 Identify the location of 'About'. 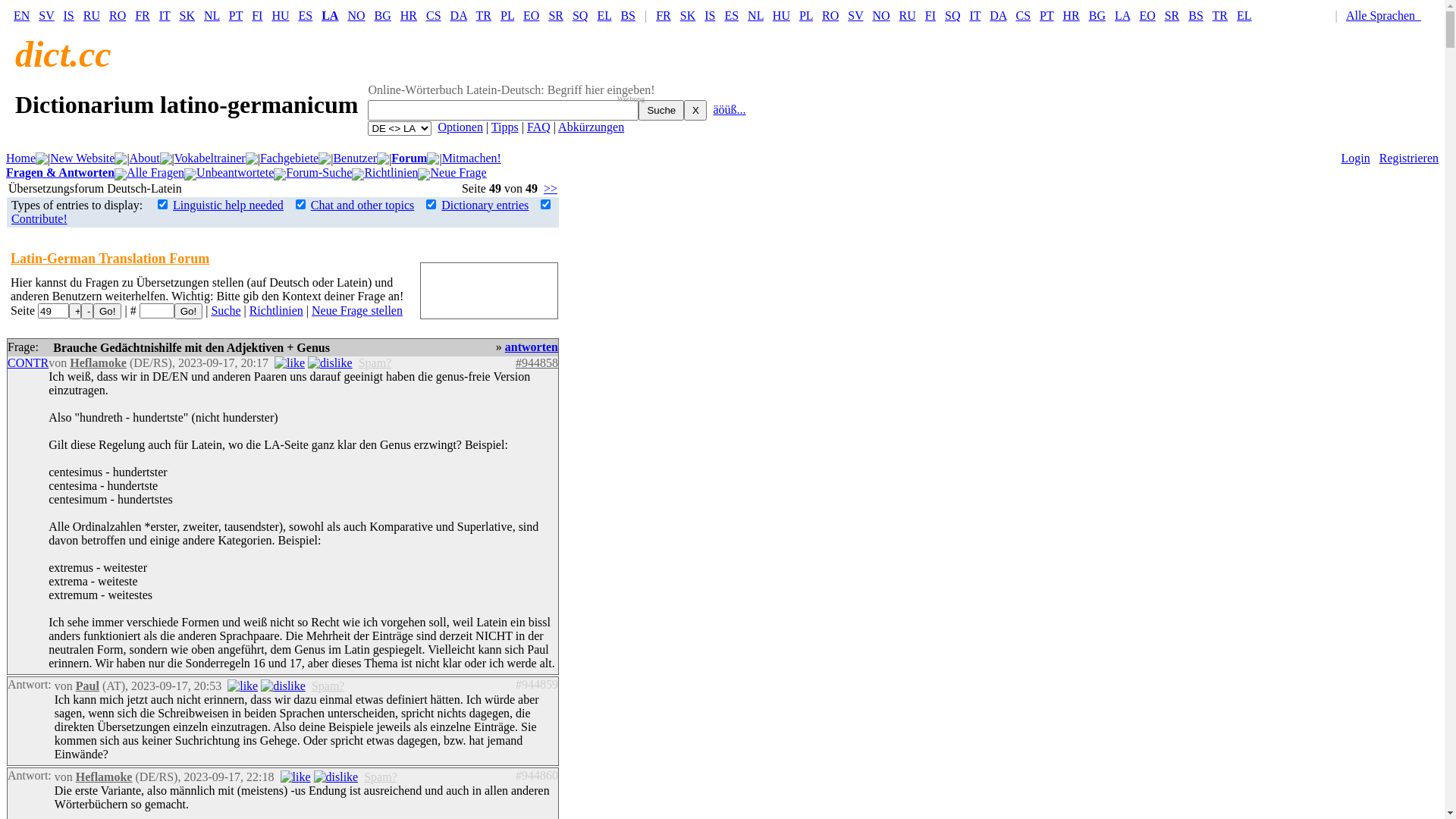
(145, 158).